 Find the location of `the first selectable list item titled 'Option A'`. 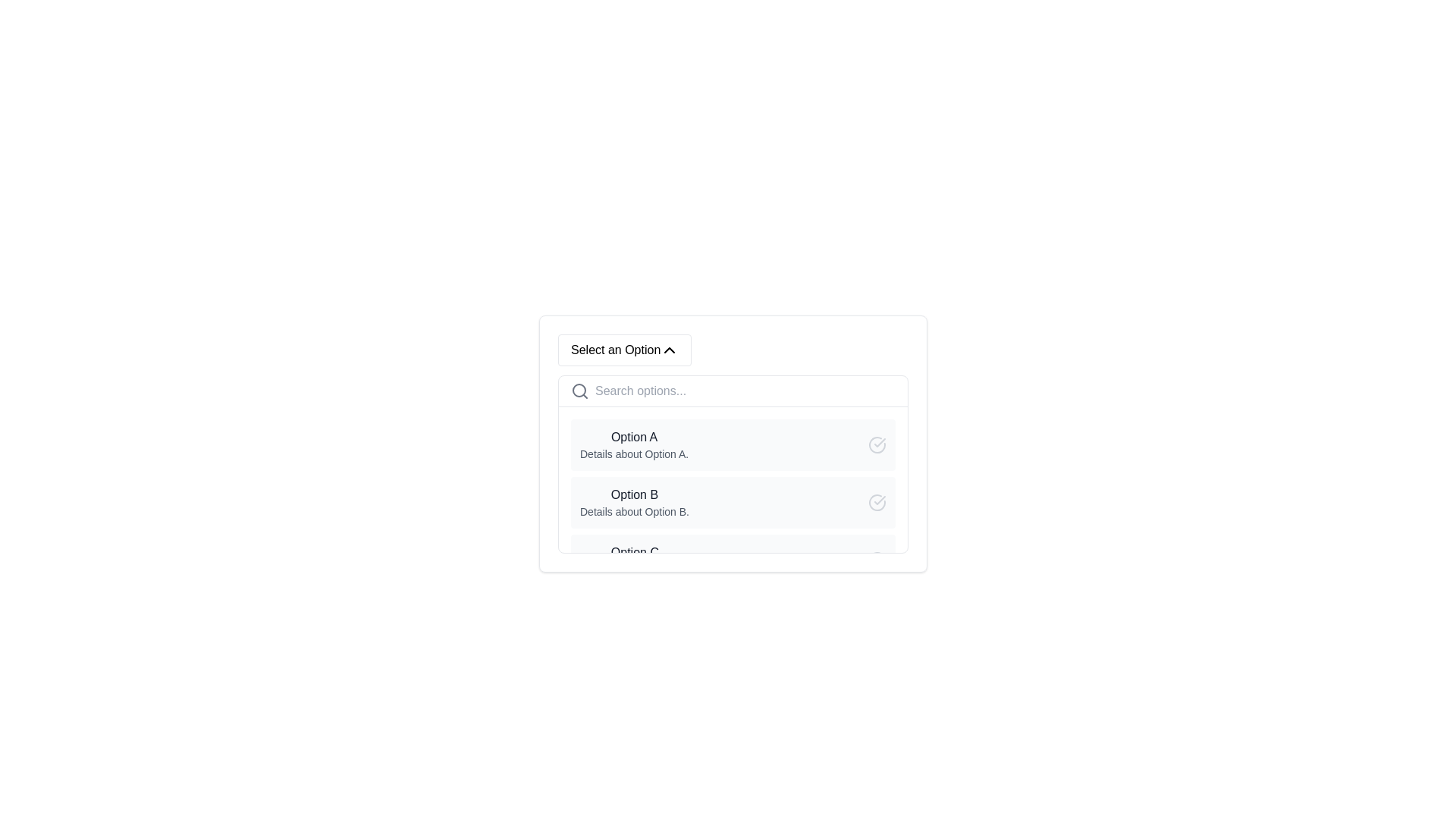

the first selectable list item titled 'Option A' is located at coordinates (634, 444).